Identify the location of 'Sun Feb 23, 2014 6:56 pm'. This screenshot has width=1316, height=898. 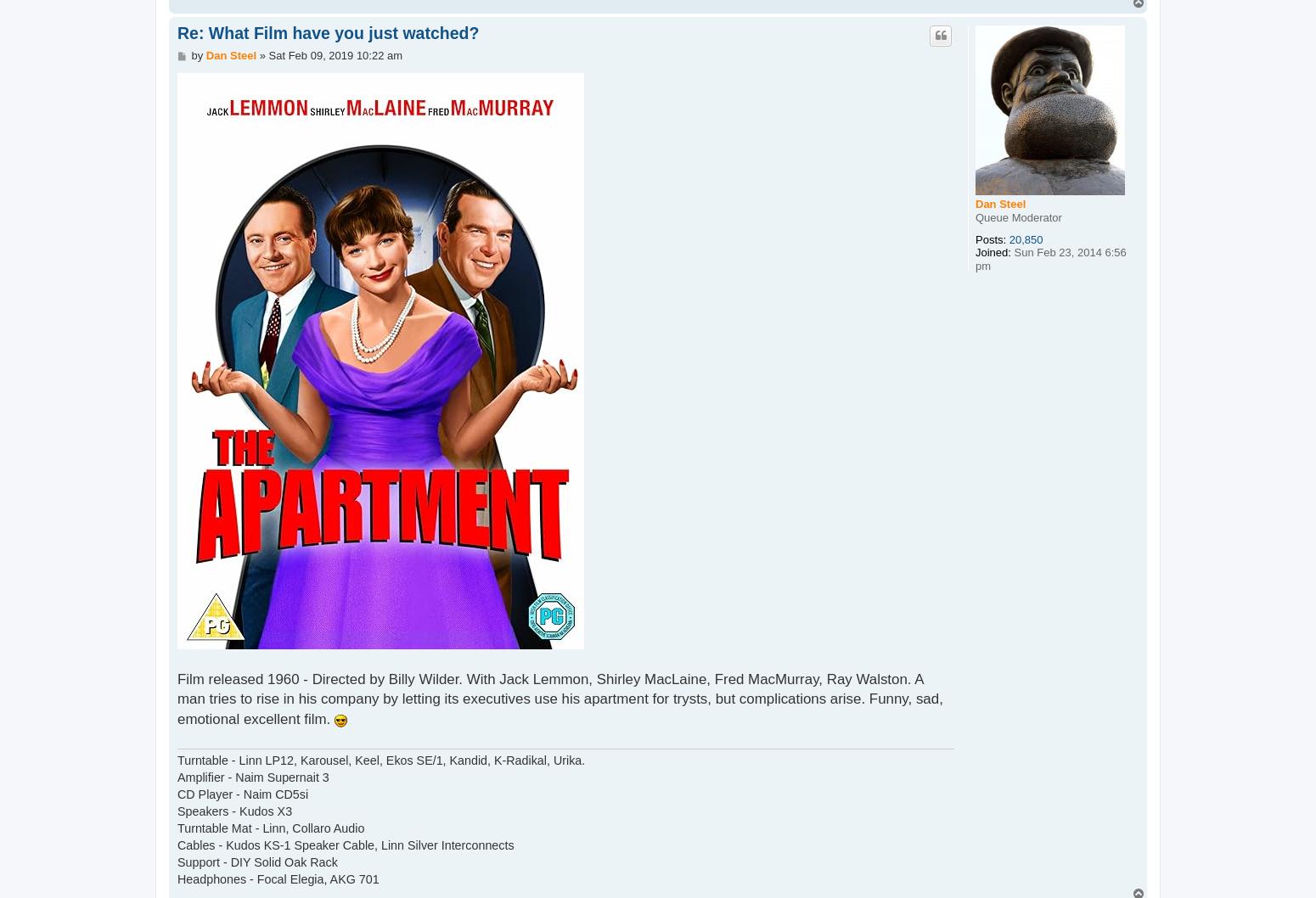
(1050, 258).